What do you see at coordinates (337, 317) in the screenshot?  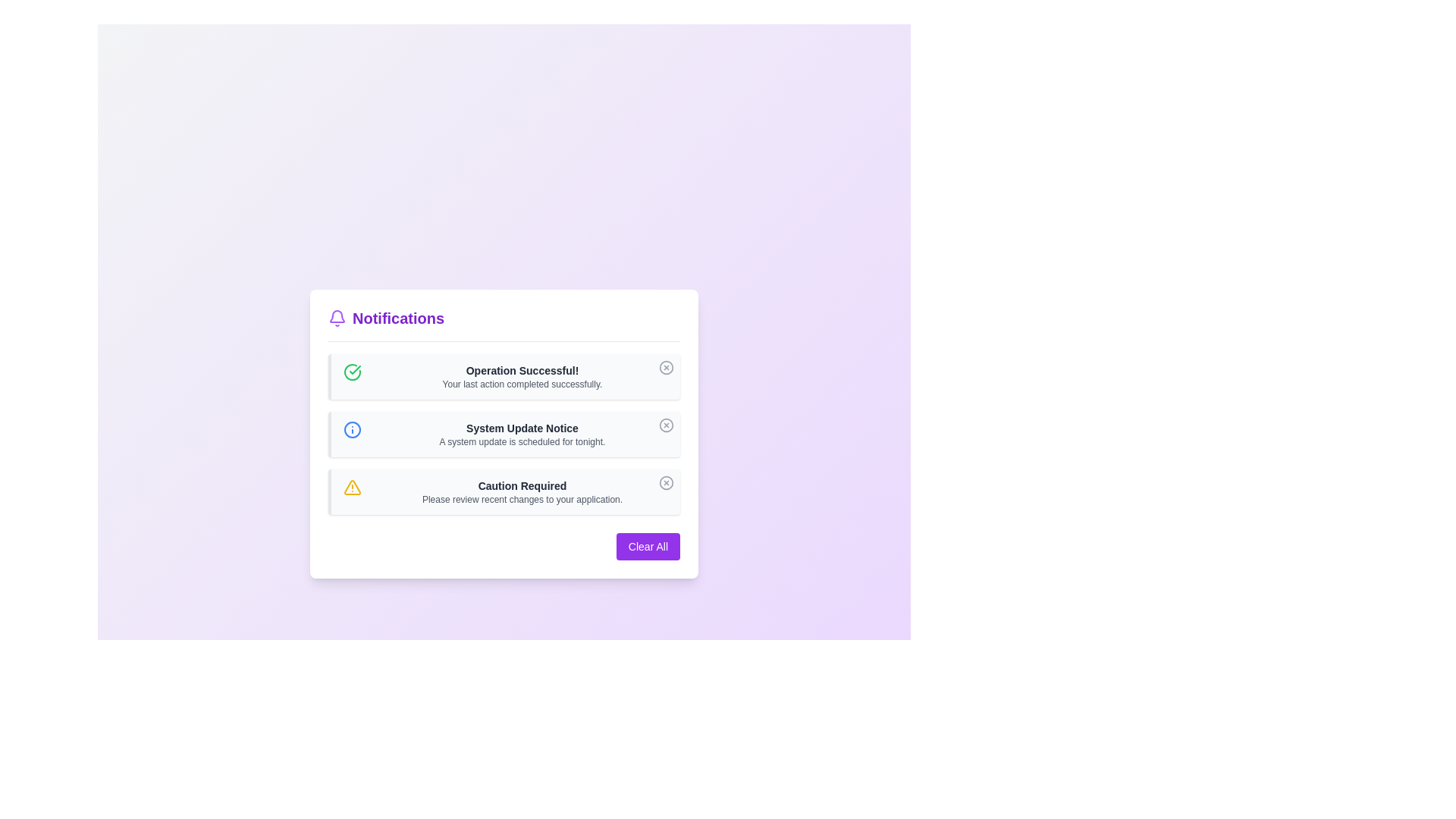 I see `the notification icon located in the top-left region of the card, positioned to the left of the 'Notifications' title` at bounding box center [337, 317].